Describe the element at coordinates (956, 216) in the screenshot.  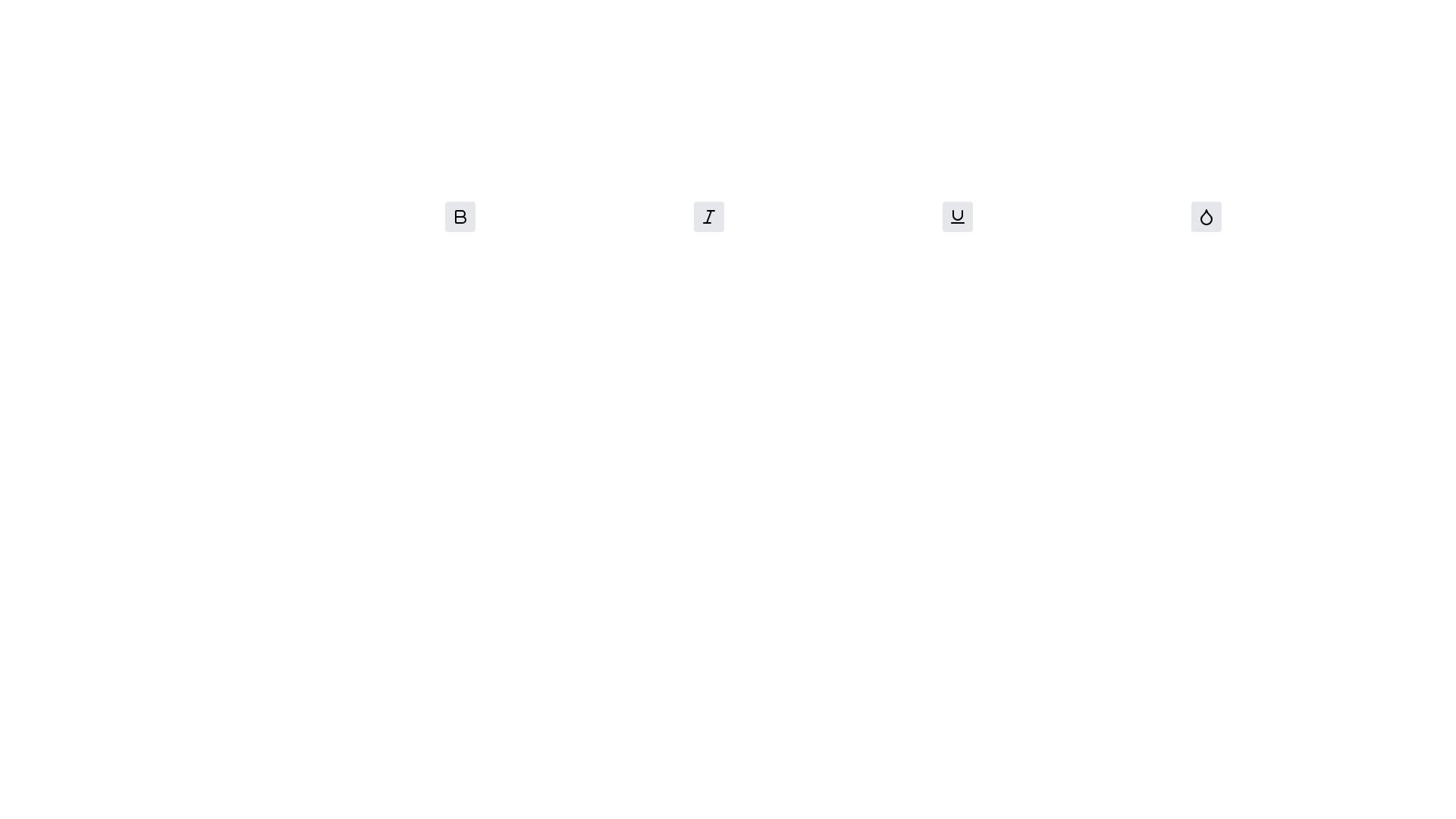
I see `the underline toggle icon button located in the toolbar to apply or remove underline styling from the selected text` at that location.